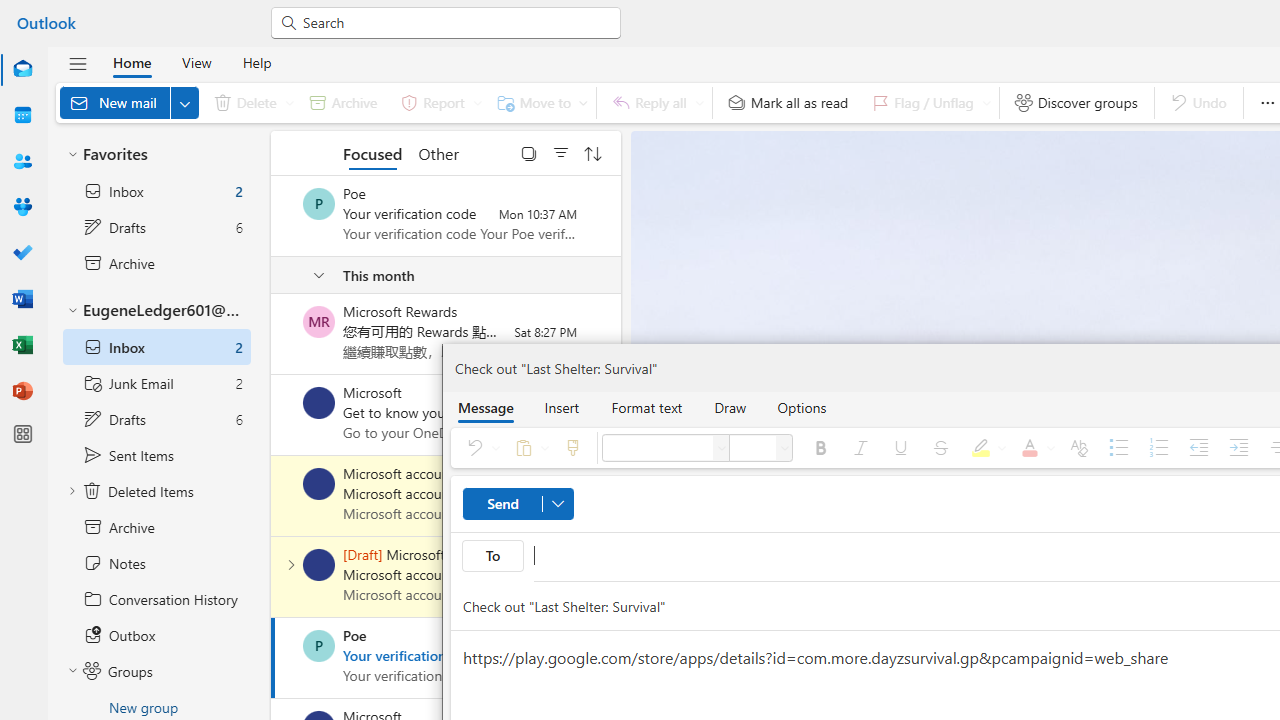 The image size is (1280, 720). What do you see at coordinates (23, 253) in the screenshot?
I see `'To Do'` at bounding box center [23, 253].